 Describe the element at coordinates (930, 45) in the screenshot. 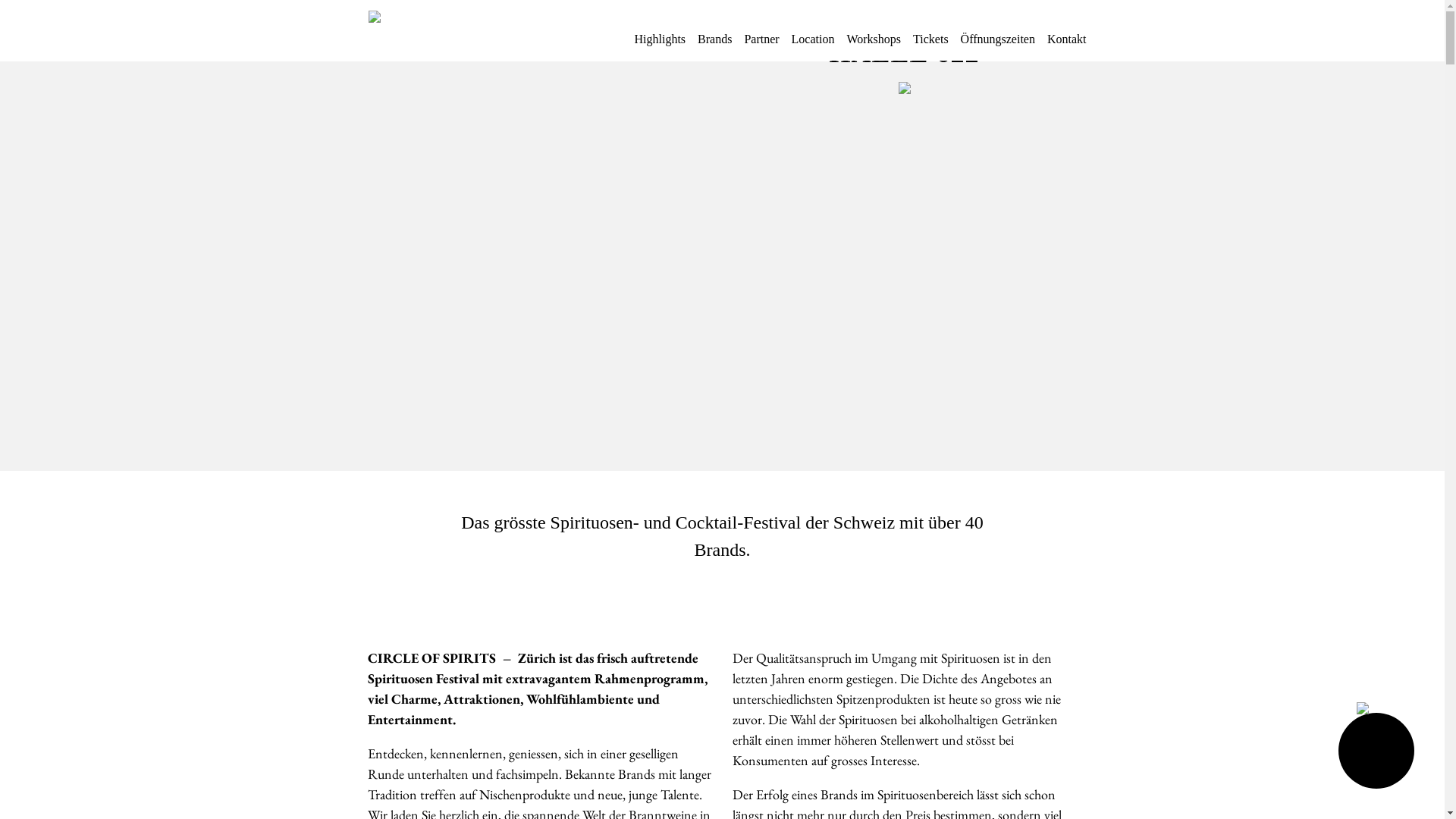

I see `'Tickets'` at that location.